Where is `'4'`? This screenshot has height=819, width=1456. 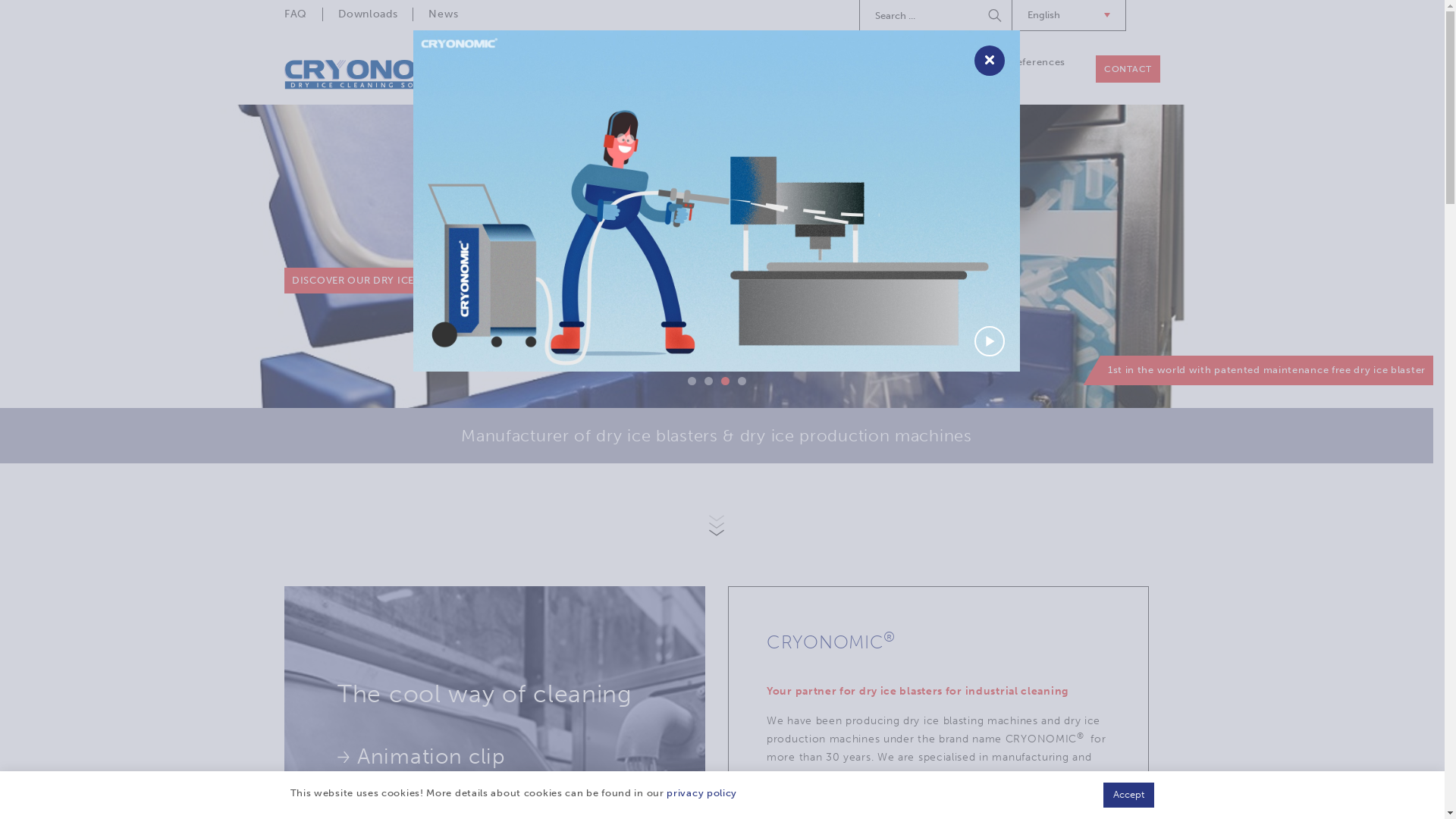 '4' is located at coordinates (736, 380).